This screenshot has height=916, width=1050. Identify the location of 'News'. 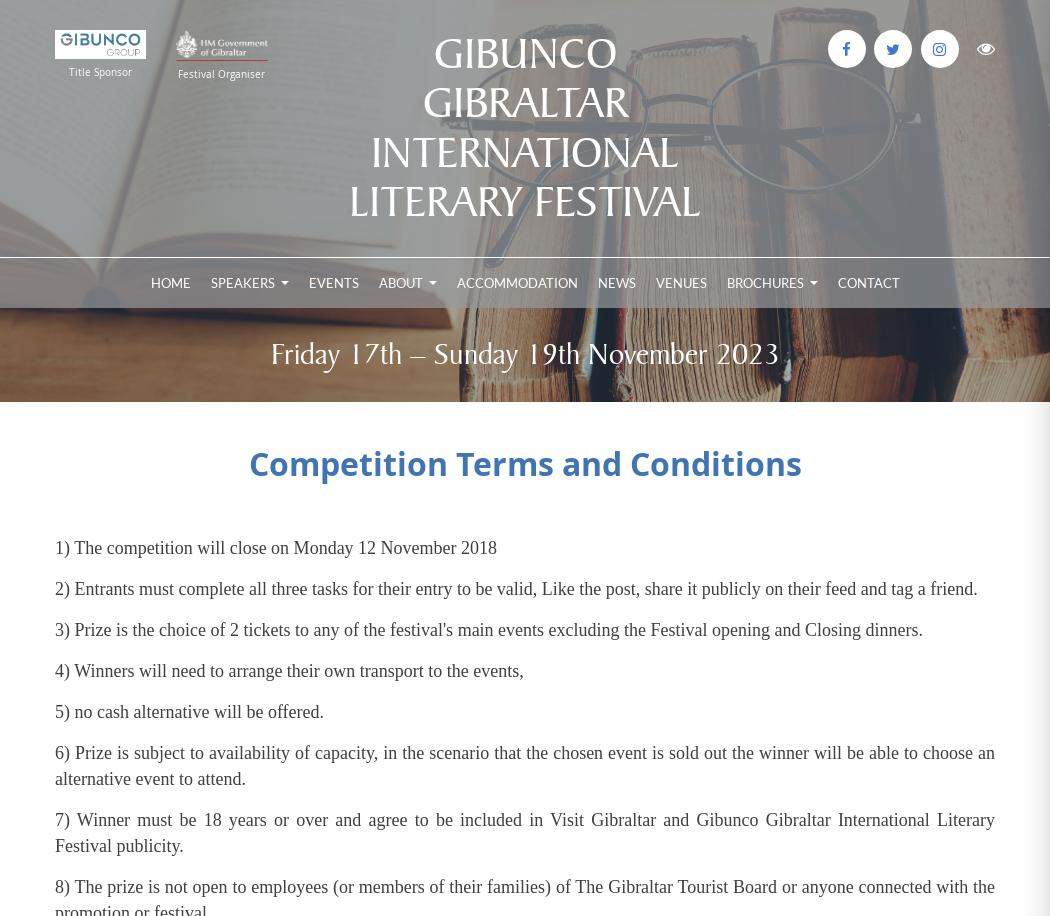
(616, 283).